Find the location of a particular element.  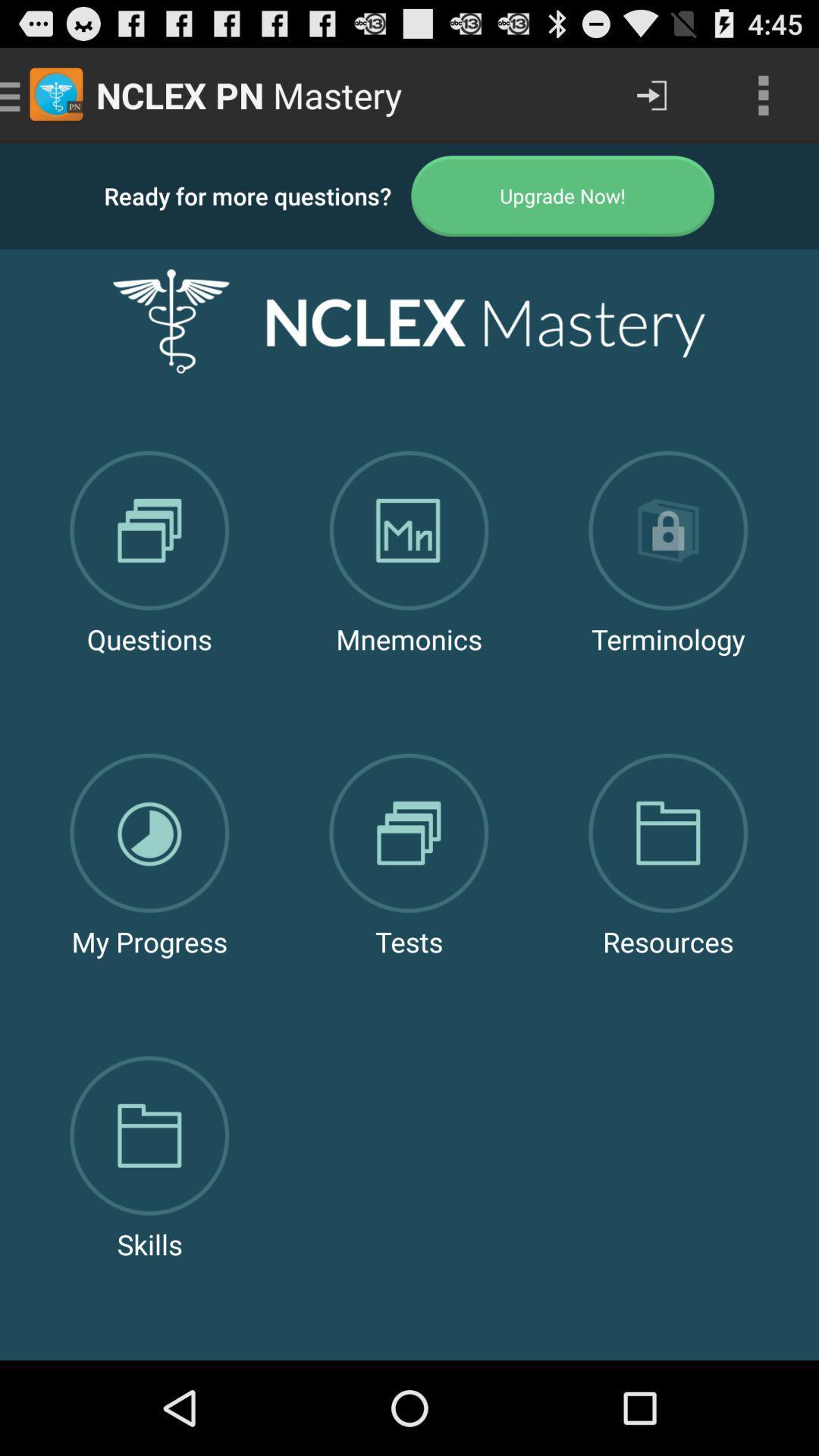

upgrade now is located at coordinates (563, 195).